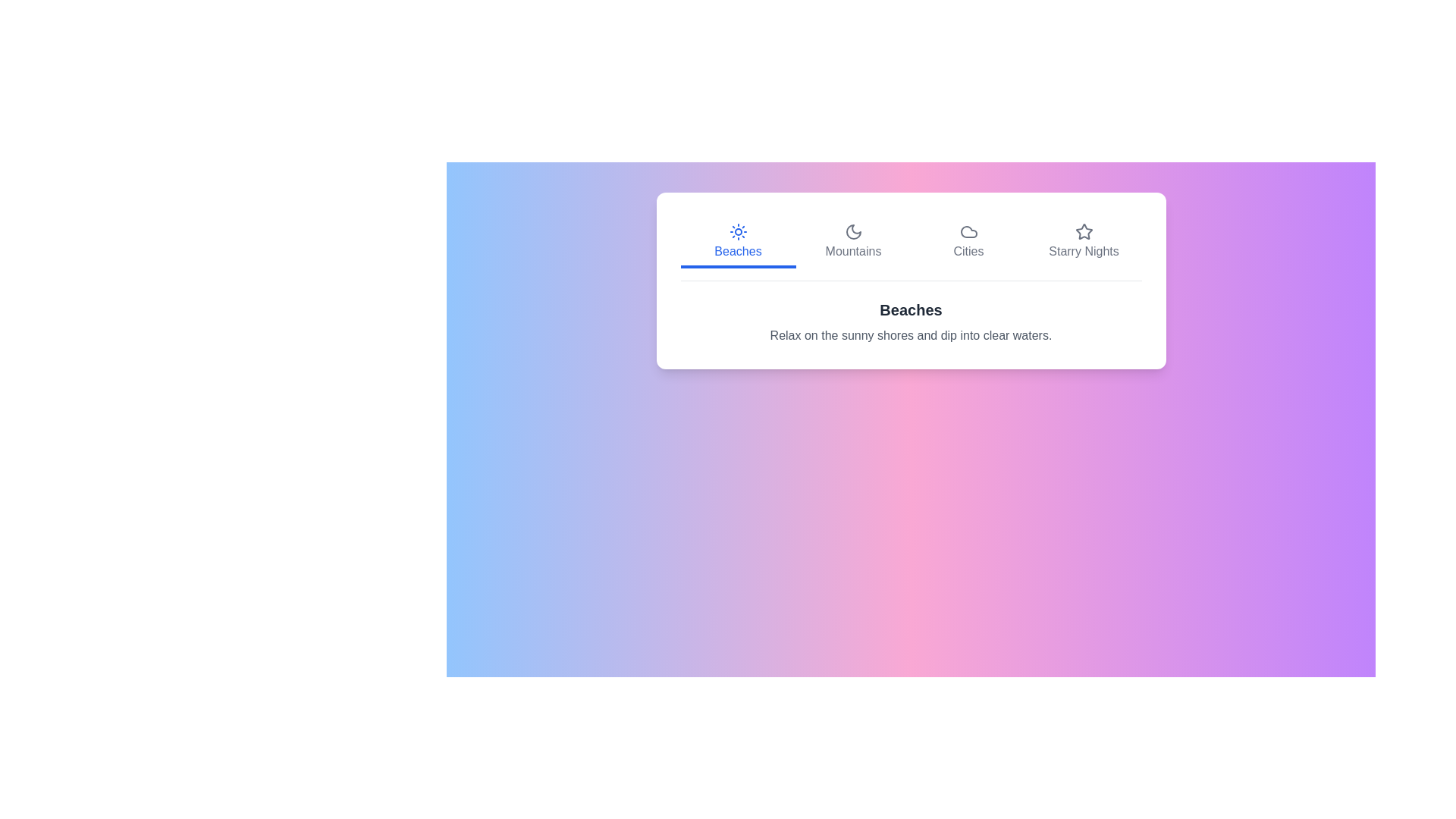 This screenshot has height=819, width=1456. I want to click on the Beaches button to preview its hover effect, so click(738, 242).